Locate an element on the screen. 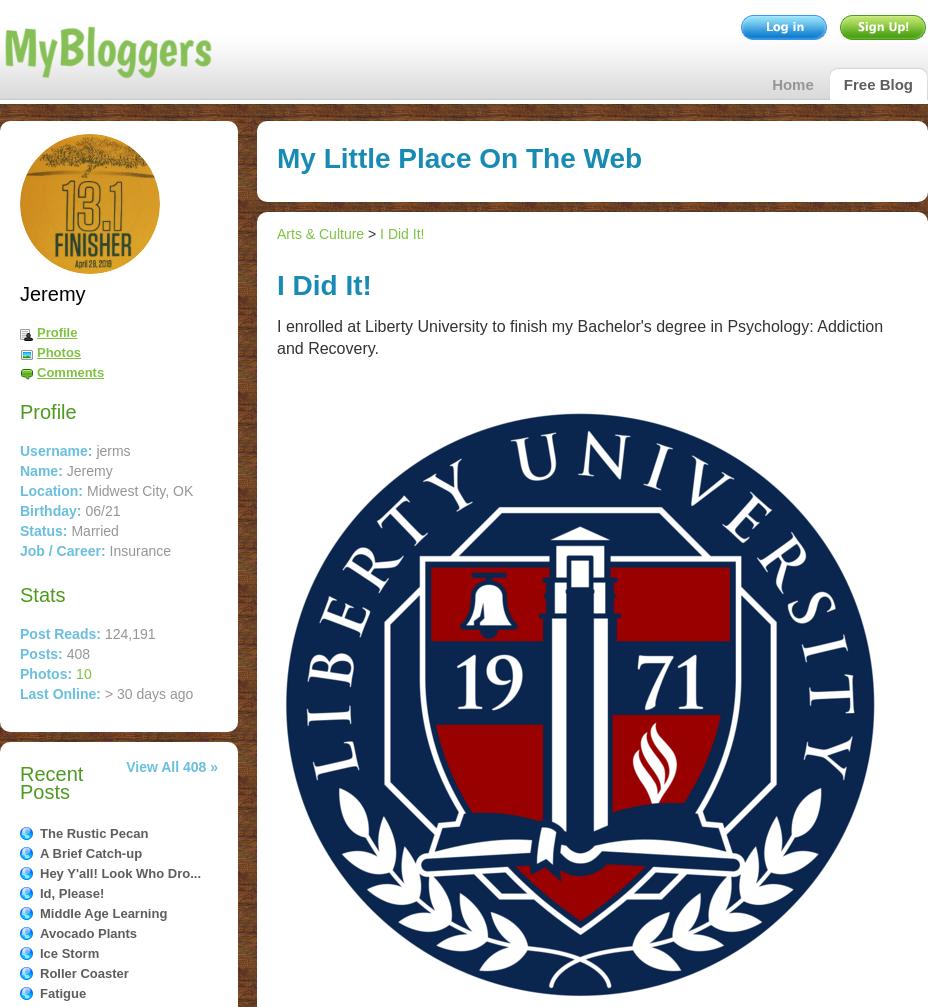 The height and width of the screenshot is (1007, 928). 'Stats' is located at coordinates (19, 594).